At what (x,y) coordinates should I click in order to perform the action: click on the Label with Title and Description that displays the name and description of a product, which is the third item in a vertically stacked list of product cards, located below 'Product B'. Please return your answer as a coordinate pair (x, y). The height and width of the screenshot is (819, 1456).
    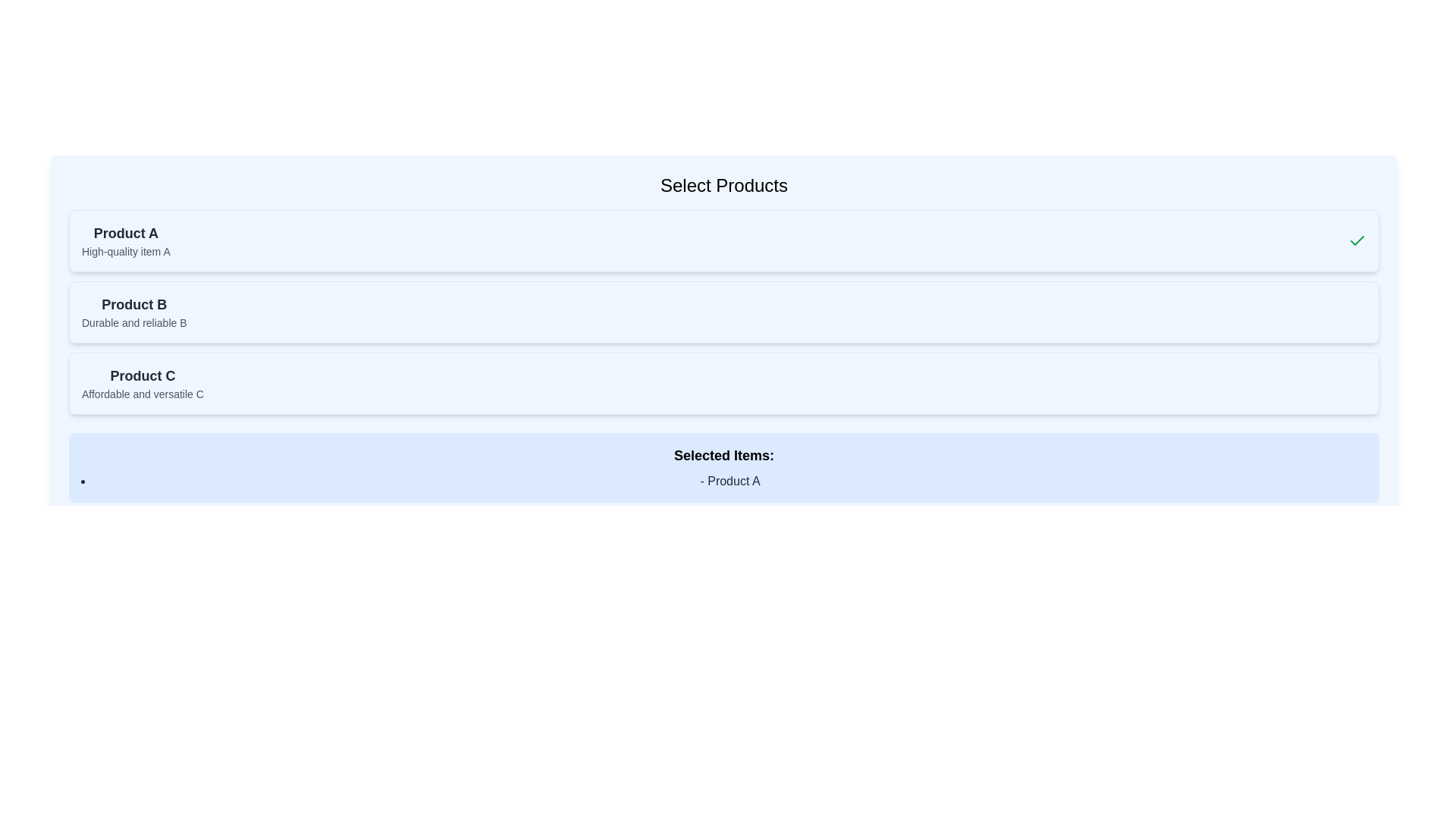
    Looking at the image, I should click on (143, 382).